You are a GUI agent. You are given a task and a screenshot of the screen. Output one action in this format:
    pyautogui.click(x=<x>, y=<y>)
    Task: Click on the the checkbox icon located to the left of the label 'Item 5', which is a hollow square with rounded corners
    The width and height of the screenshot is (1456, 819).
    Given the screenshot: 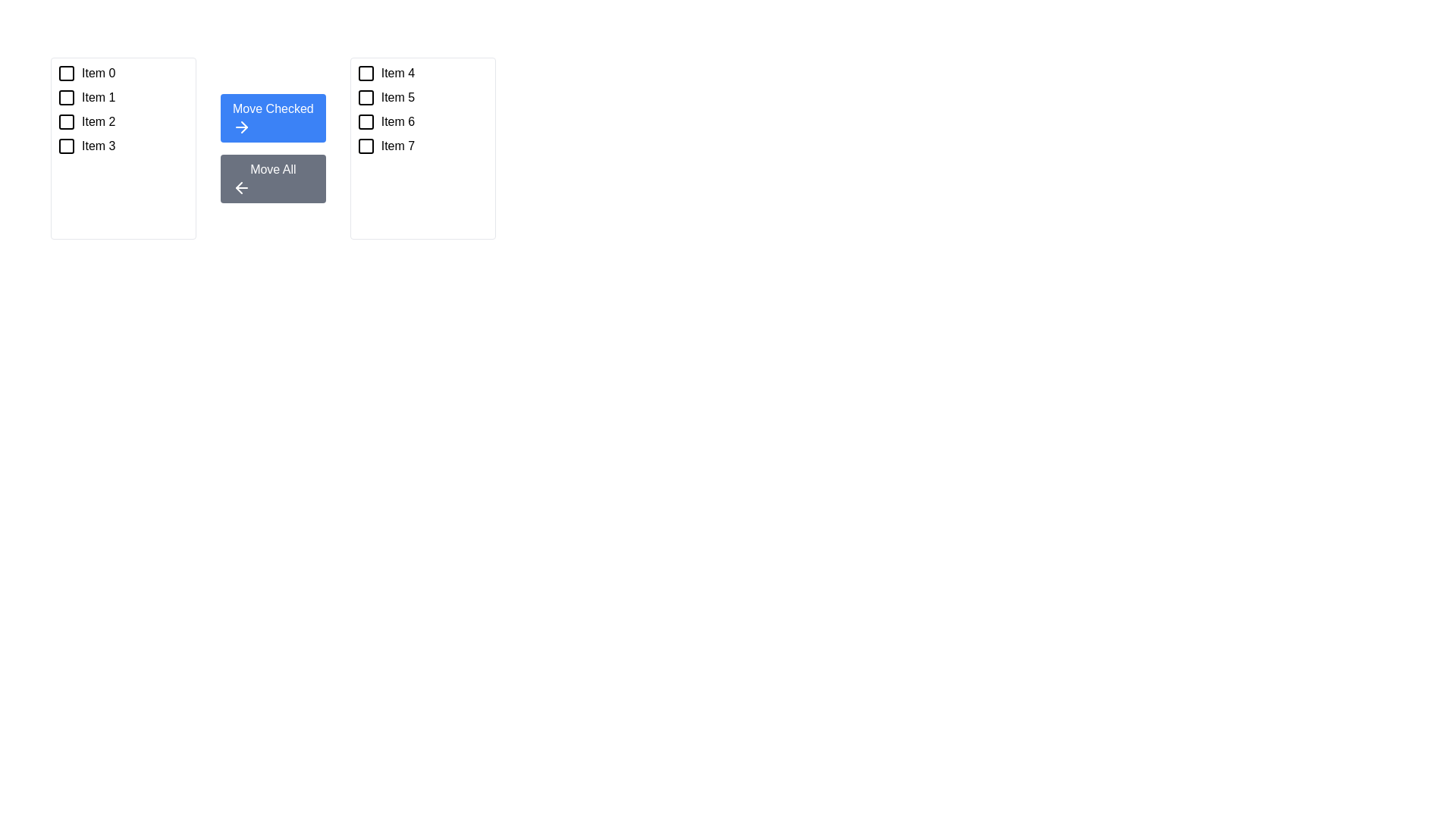 What is the action you would take?
    pyautogui.click(x=366, y=97)
    